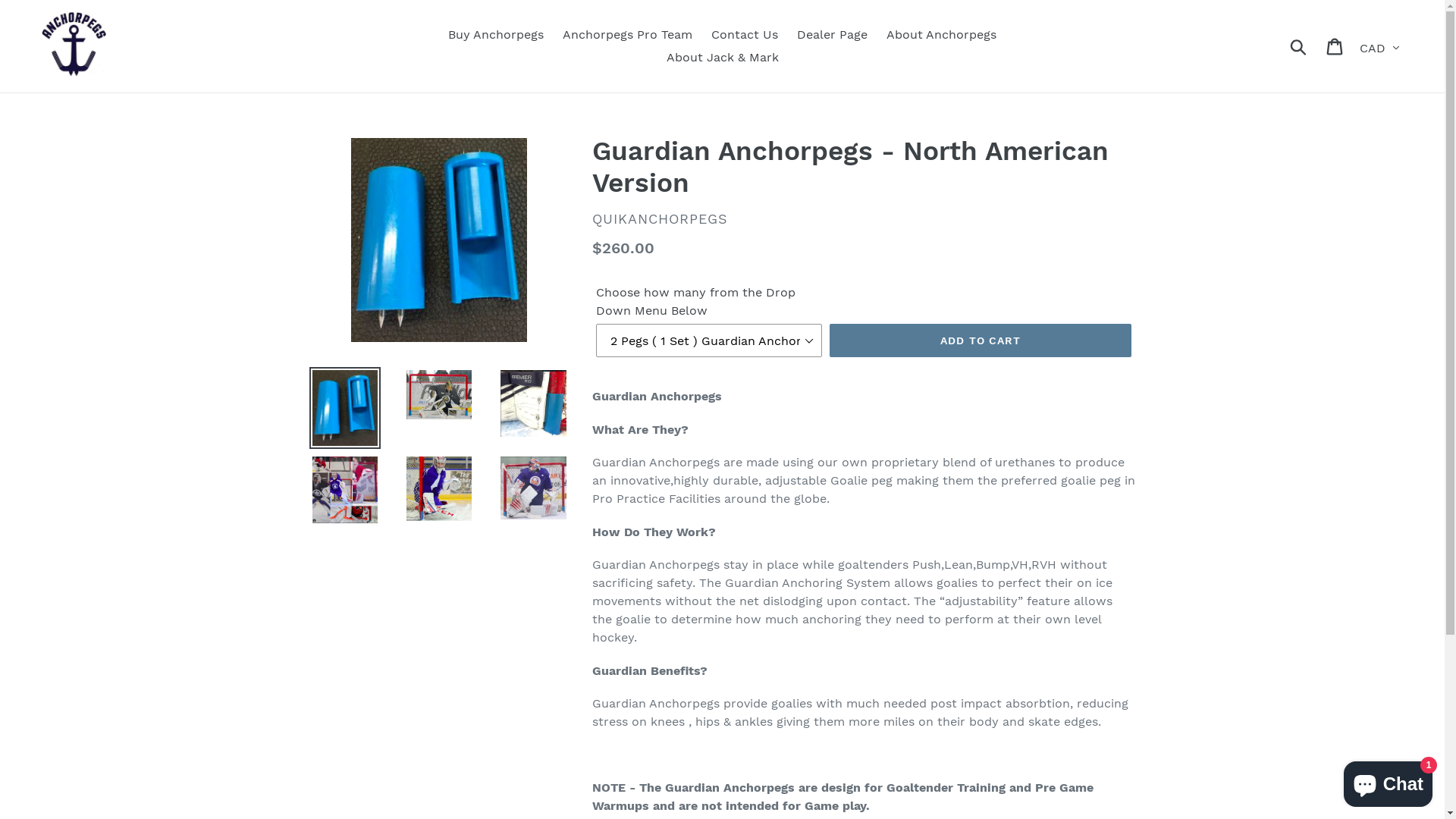 The image size is (1456, 819). What do you see at coordinates (878, 34) in the screenshot?
I see `'About Anchorpegs'` at bounding box center [878, 34].